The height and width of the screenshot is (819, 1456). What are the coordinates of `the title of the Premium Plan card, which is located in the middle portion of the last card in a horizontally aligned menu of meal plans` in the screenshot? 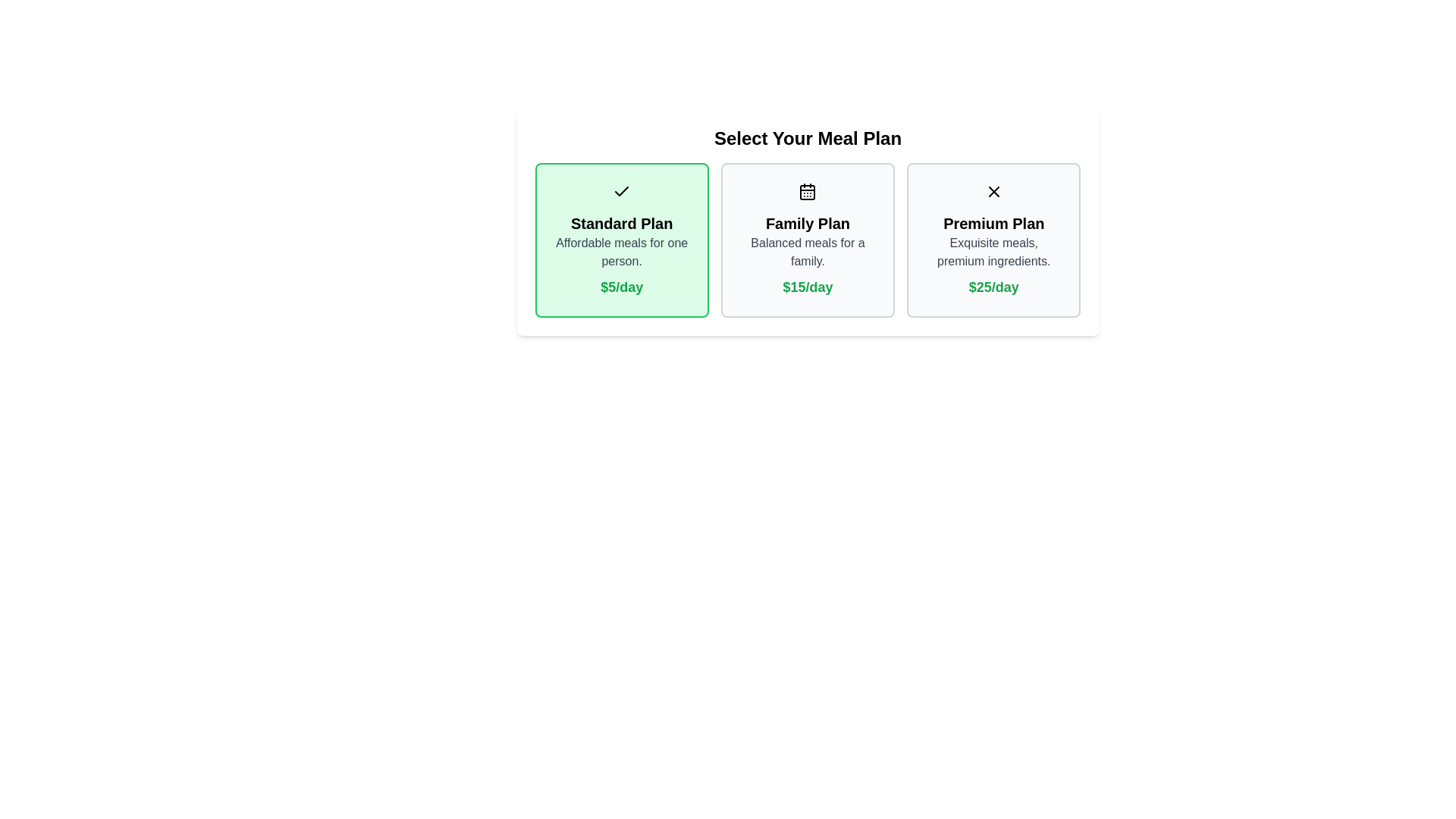 It's located at (993, 223).